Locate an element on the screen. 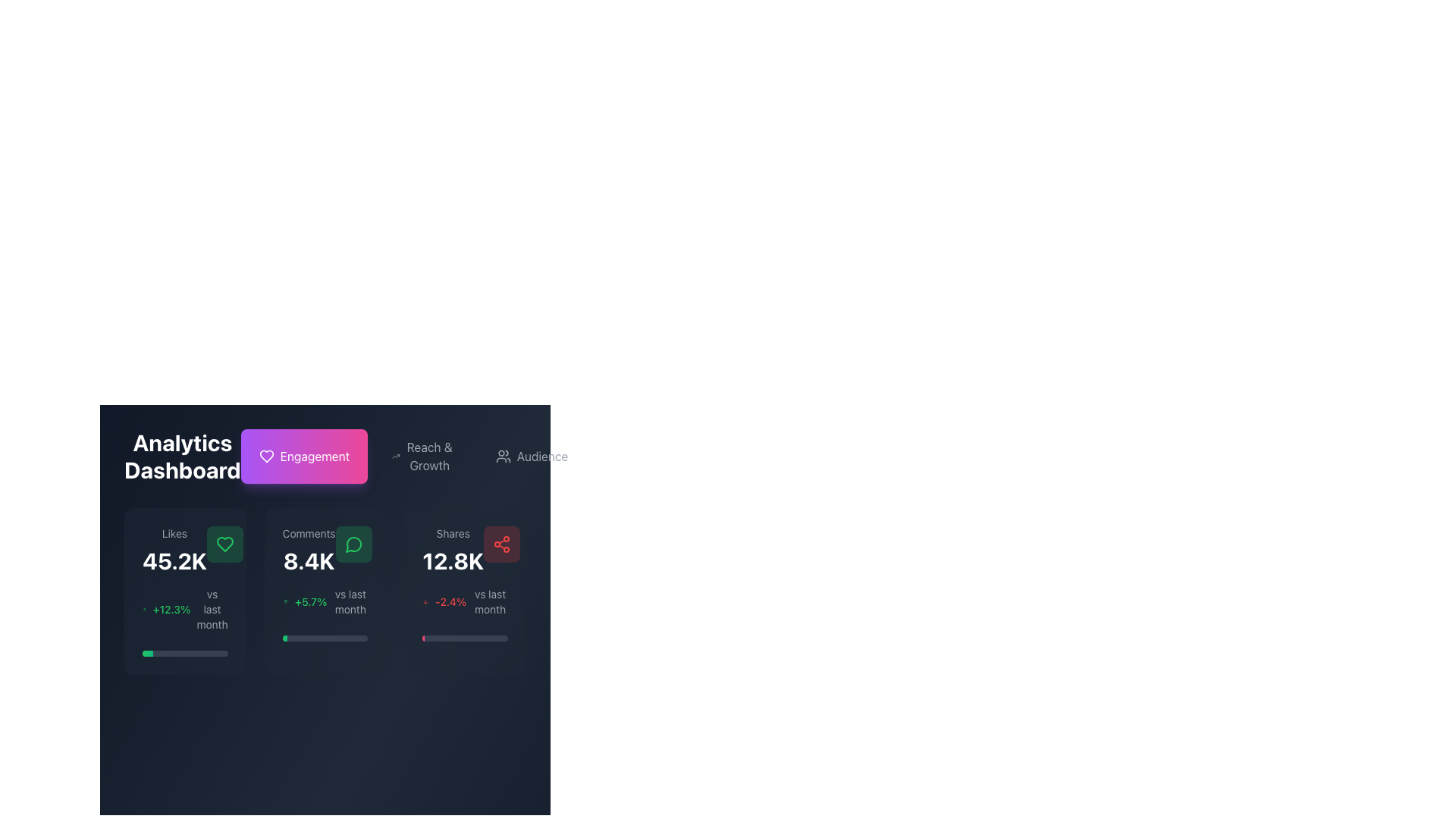  the comments icon located in the 'Comments' section of the analytics dashboard, which is visually represented within the tile labeled '8.4K' is located at coordinates (353, 543).